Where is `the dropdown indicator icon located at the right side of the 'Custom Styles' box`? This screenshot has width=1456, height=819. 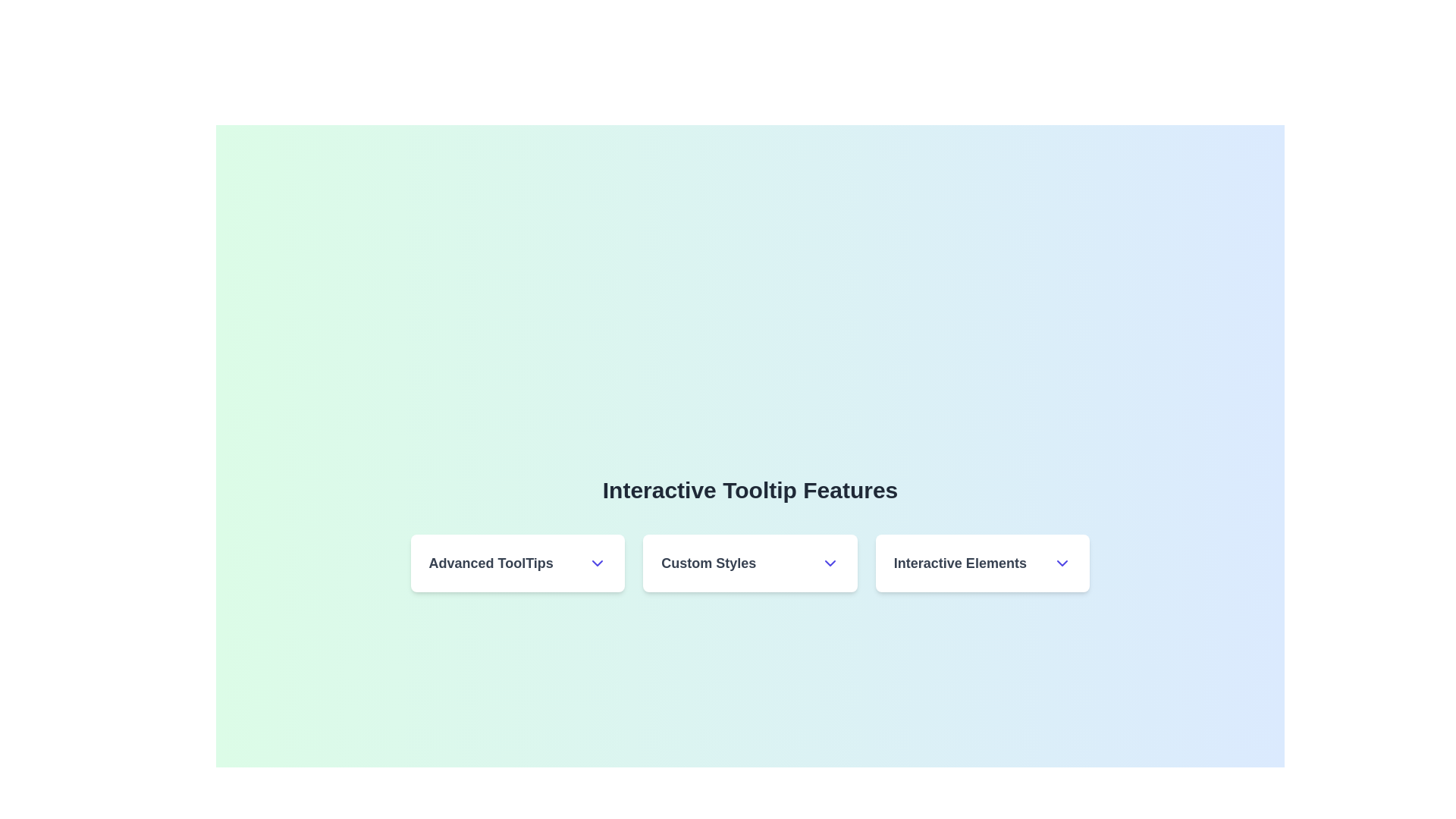
the dropdown indicator icon located at the right side of the 'Custom Styles' box is located at coordinates (829, 563).